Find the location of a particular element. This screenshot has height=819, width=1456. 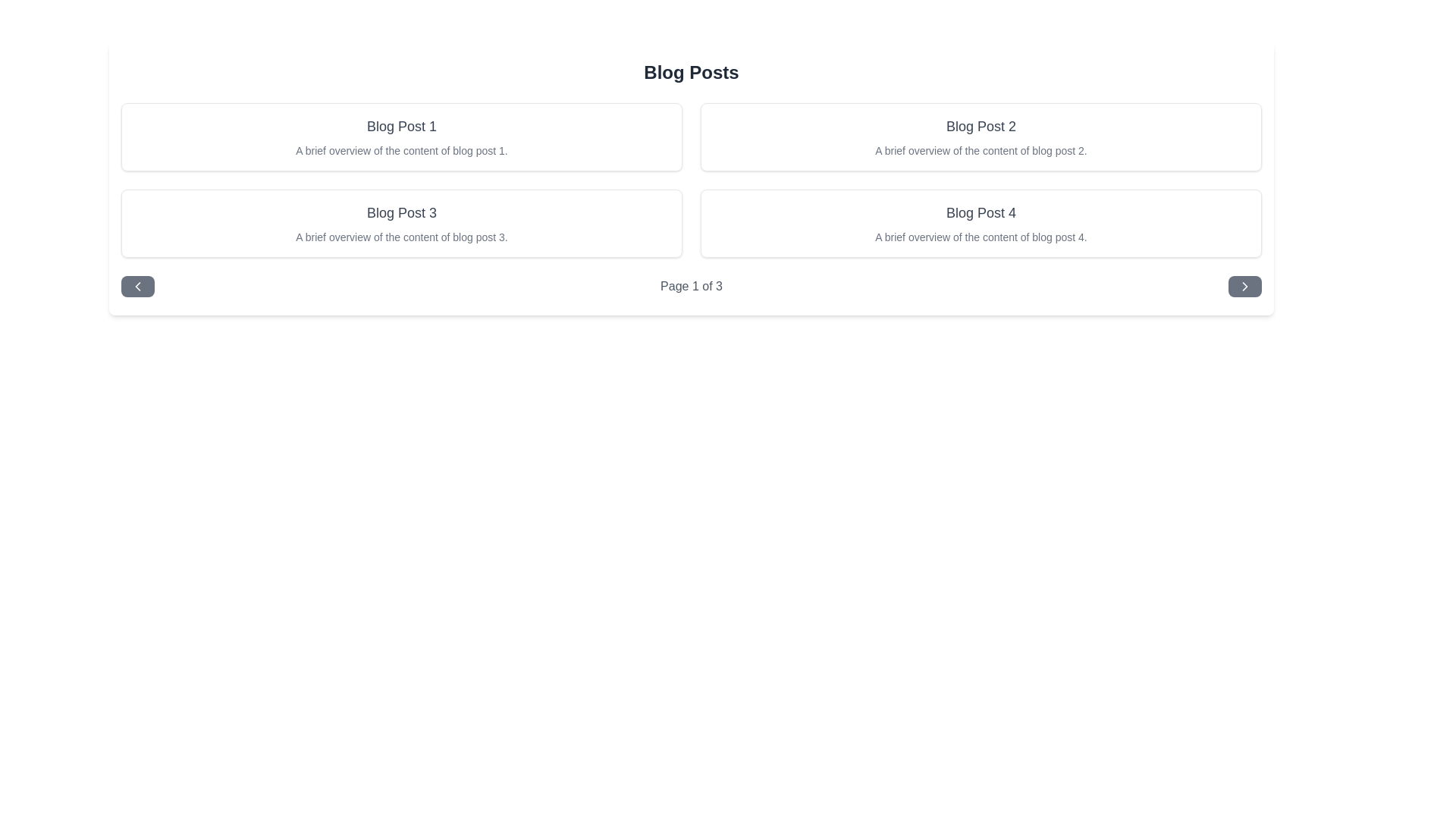

the pagination status Text Label that displays the current page number and total number of pages, located between the left and right arrow buttons at the bottom of the content layout is located at coordinates (691, 287).